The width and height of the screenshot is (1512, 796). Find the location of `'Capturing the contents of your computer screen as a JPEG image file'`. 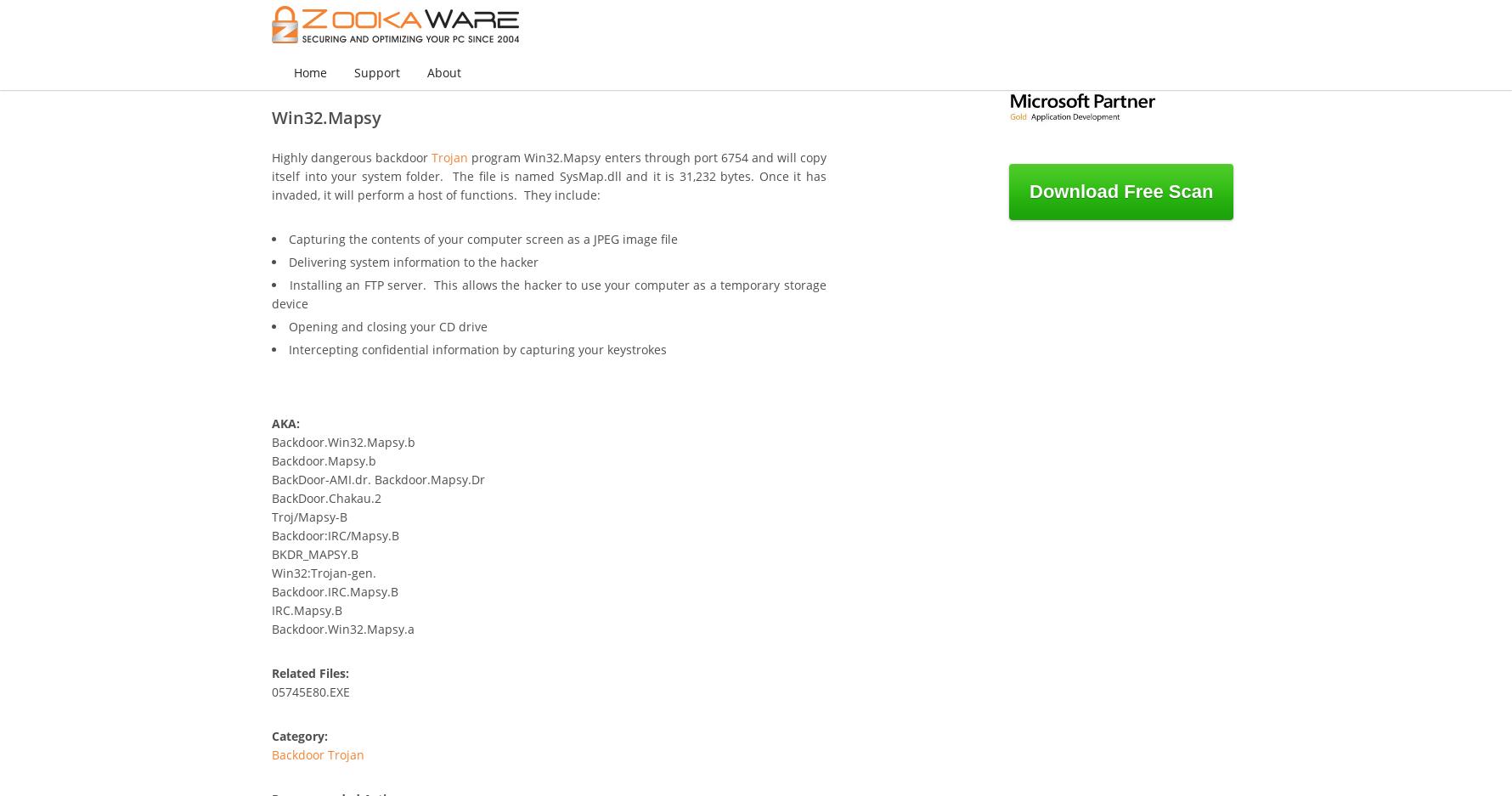

'Capturing the contents of your computer screen as a JPEG image file' is located at coordinates (482, 239).